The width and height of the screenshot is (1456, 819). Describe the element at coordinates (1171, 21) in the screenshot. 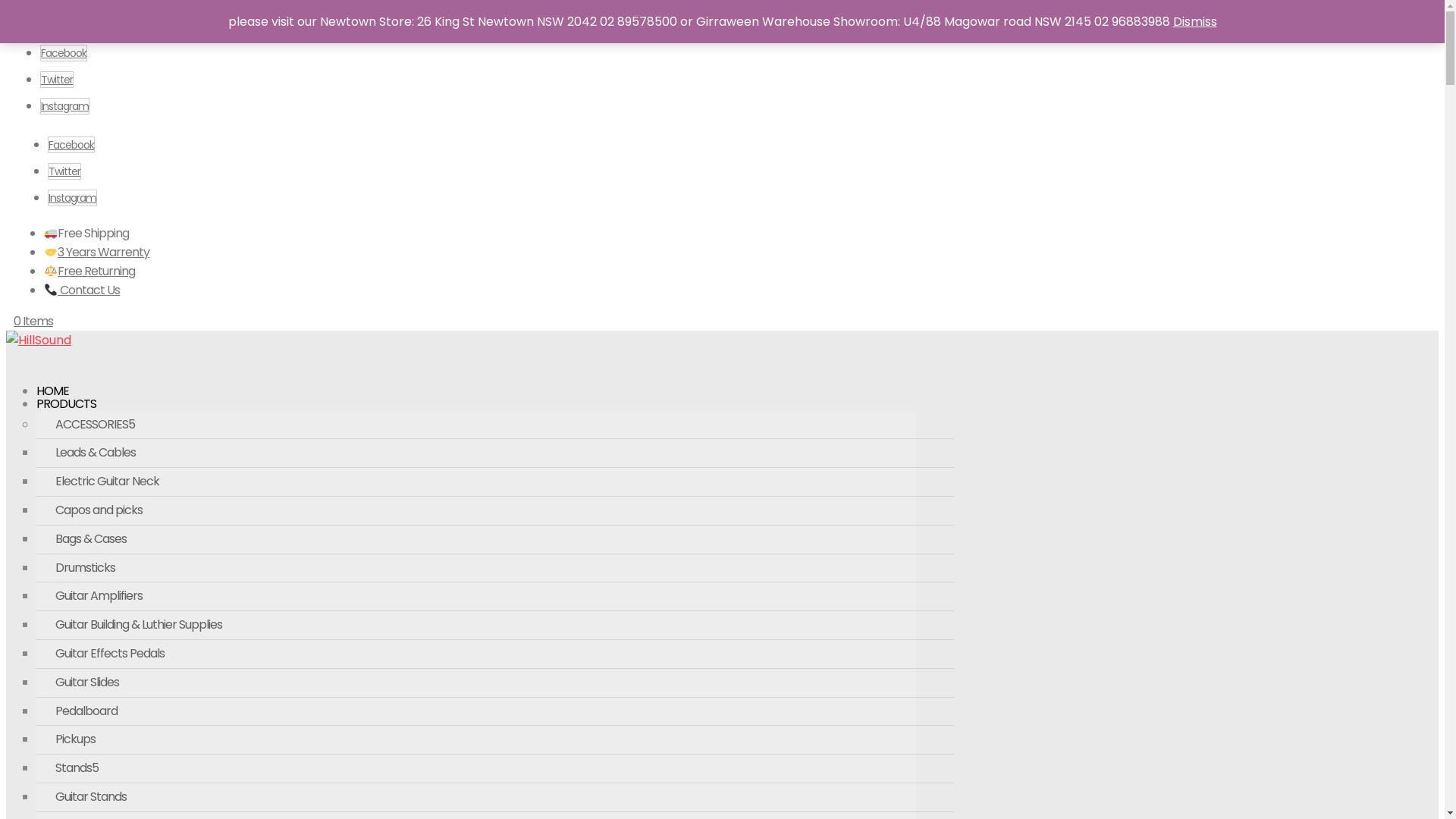

I see `'Dismiss'` at that location.